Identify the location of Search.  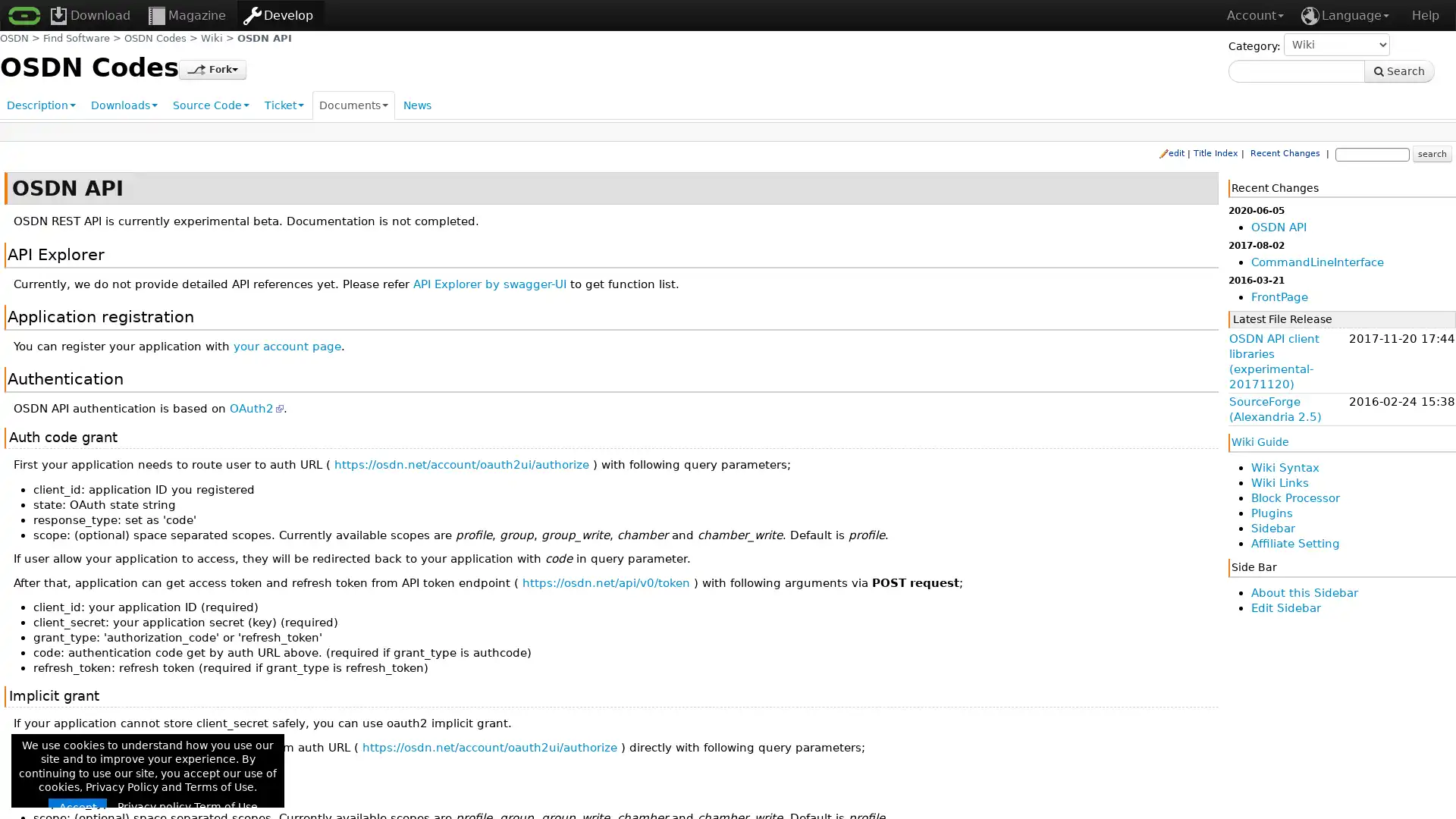
(1398, 71).